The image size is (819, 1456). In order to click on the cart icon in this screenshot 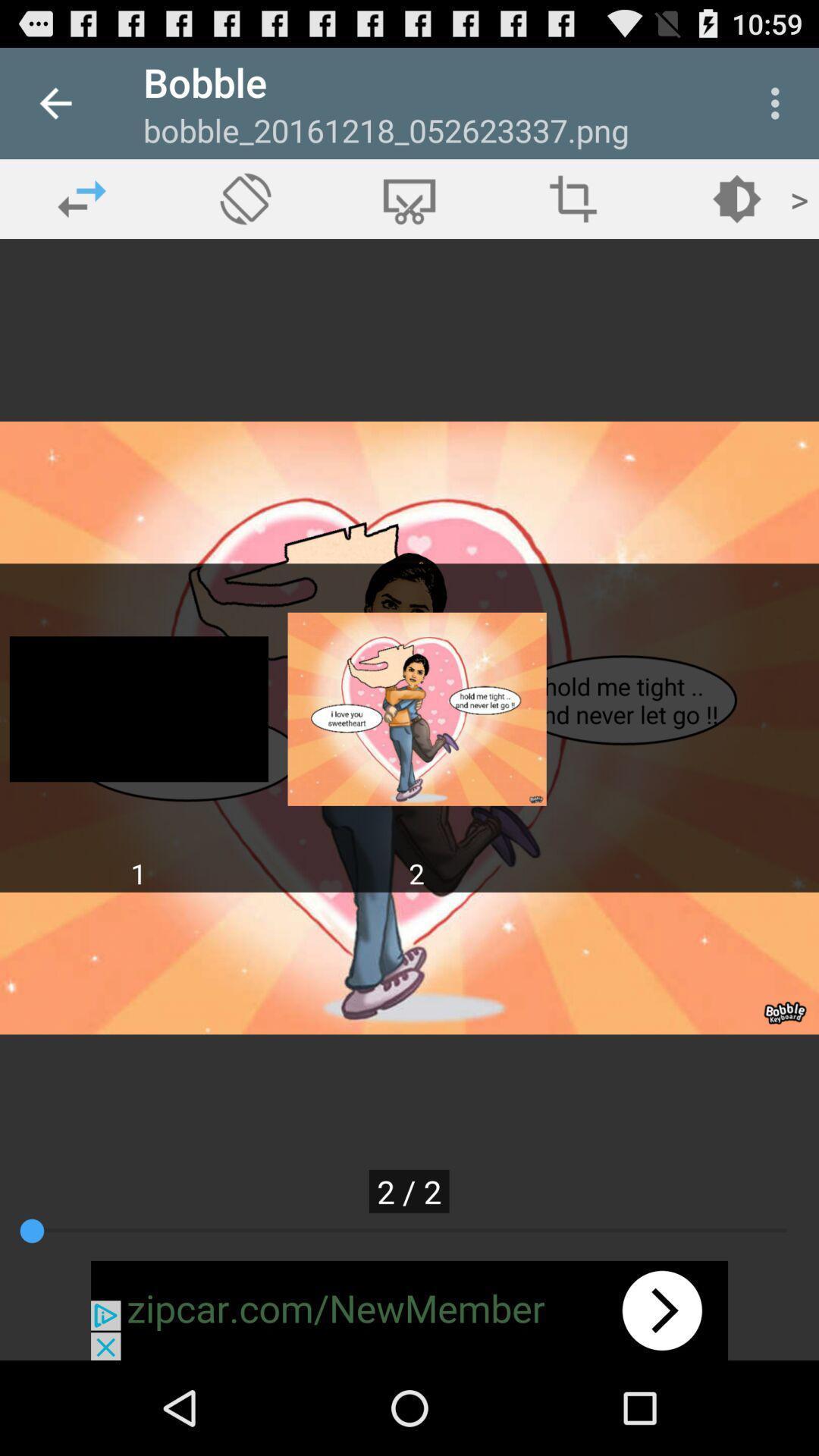, I will do `click(409, 198)`.